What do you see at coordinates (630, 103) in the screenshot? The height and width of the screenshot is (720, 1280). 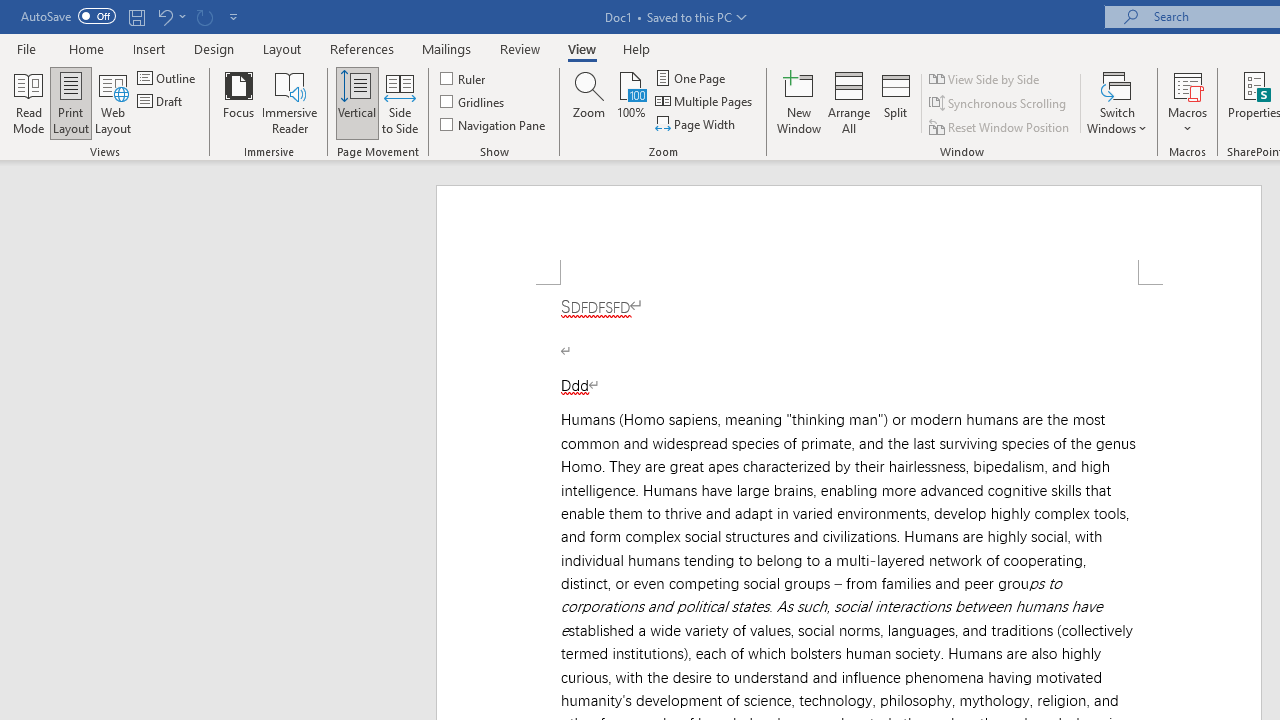 I see `'100%'` at bounding box center [630, 103].